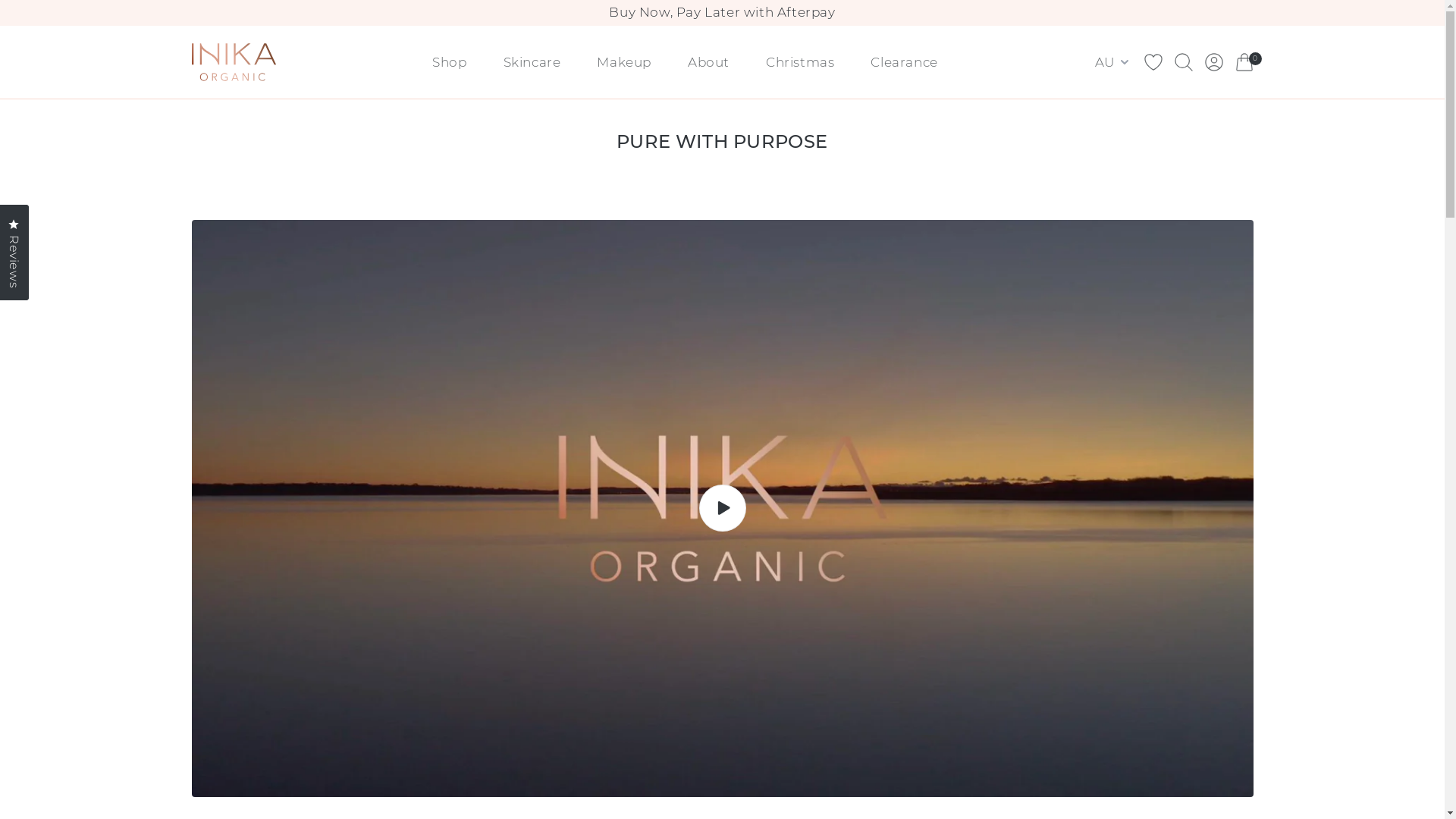  I want to click on 'Clearance', so click(903, 61).